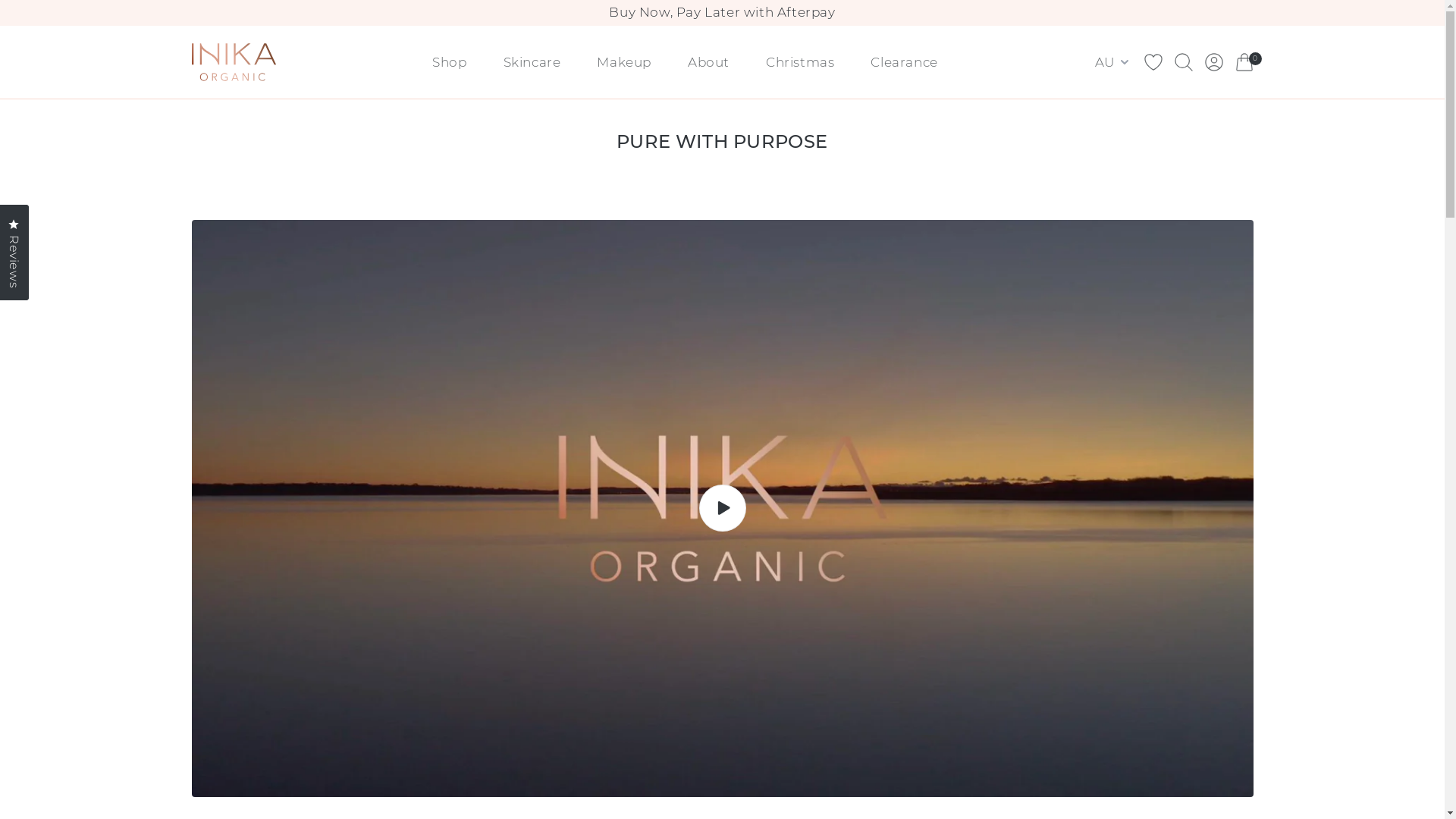  I want to click on 'Clearance', so click(903, 61).